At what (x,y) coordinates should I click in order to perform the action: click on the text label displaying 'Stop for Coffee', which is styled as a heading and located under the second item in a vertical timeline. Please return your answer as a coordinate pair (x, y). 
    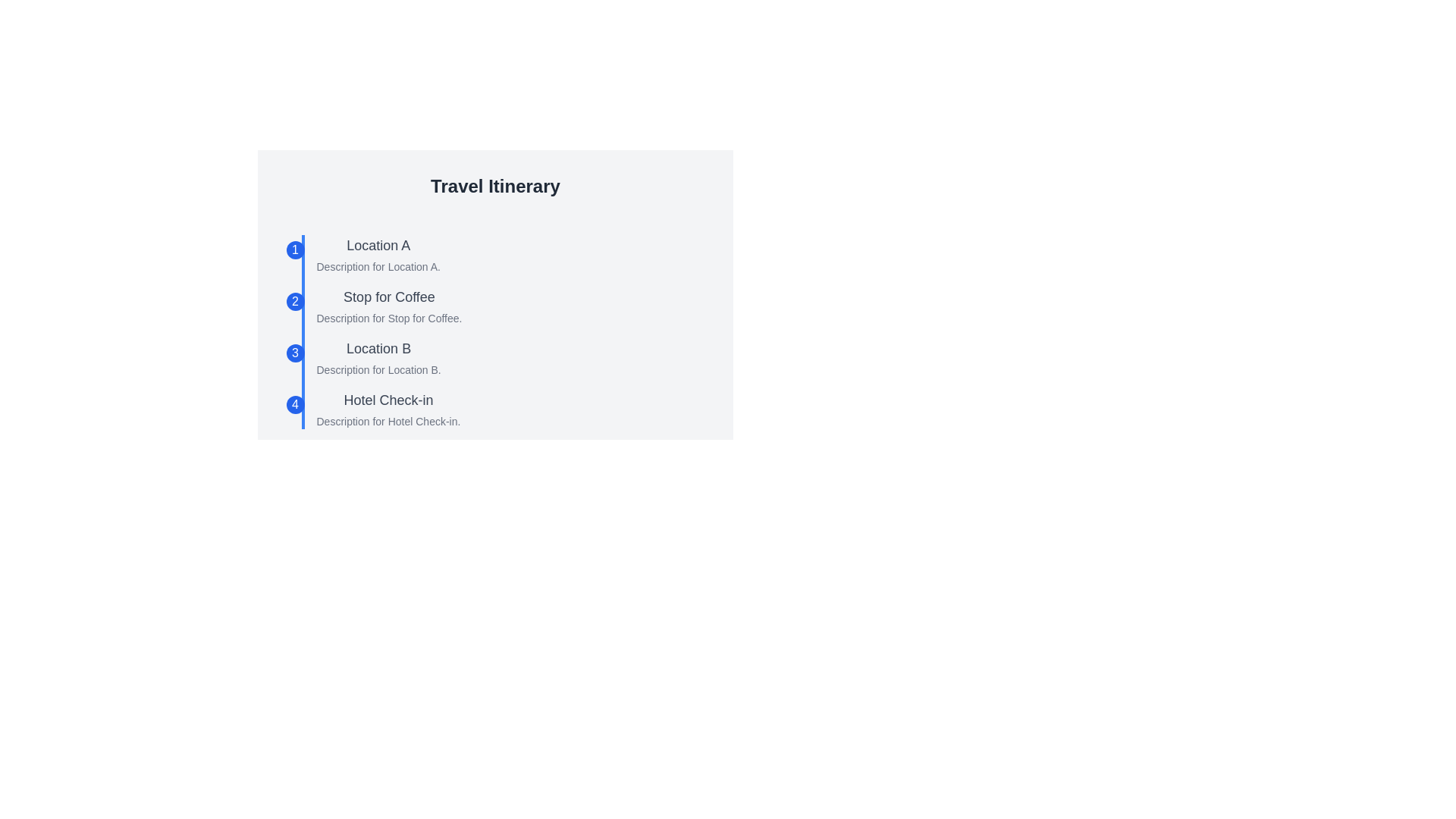
    Looking at the image, I should click on (389, 297).